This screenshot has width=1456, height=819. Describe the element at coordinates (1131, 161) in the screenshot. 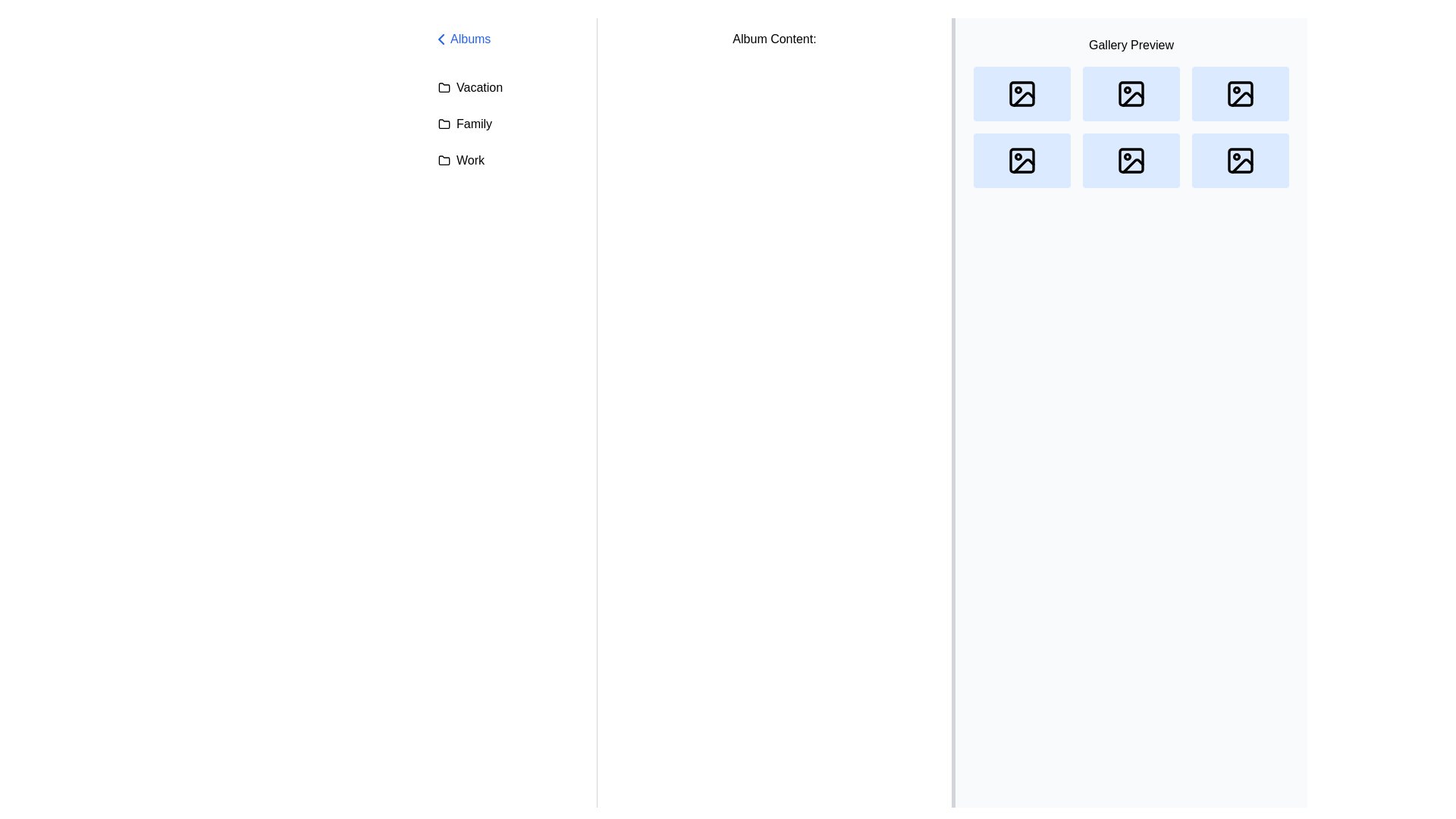

I see `the image placeholder located in the second row and second column of the 3x3 grid layout within the 'Gallery Preview' section` at that location.